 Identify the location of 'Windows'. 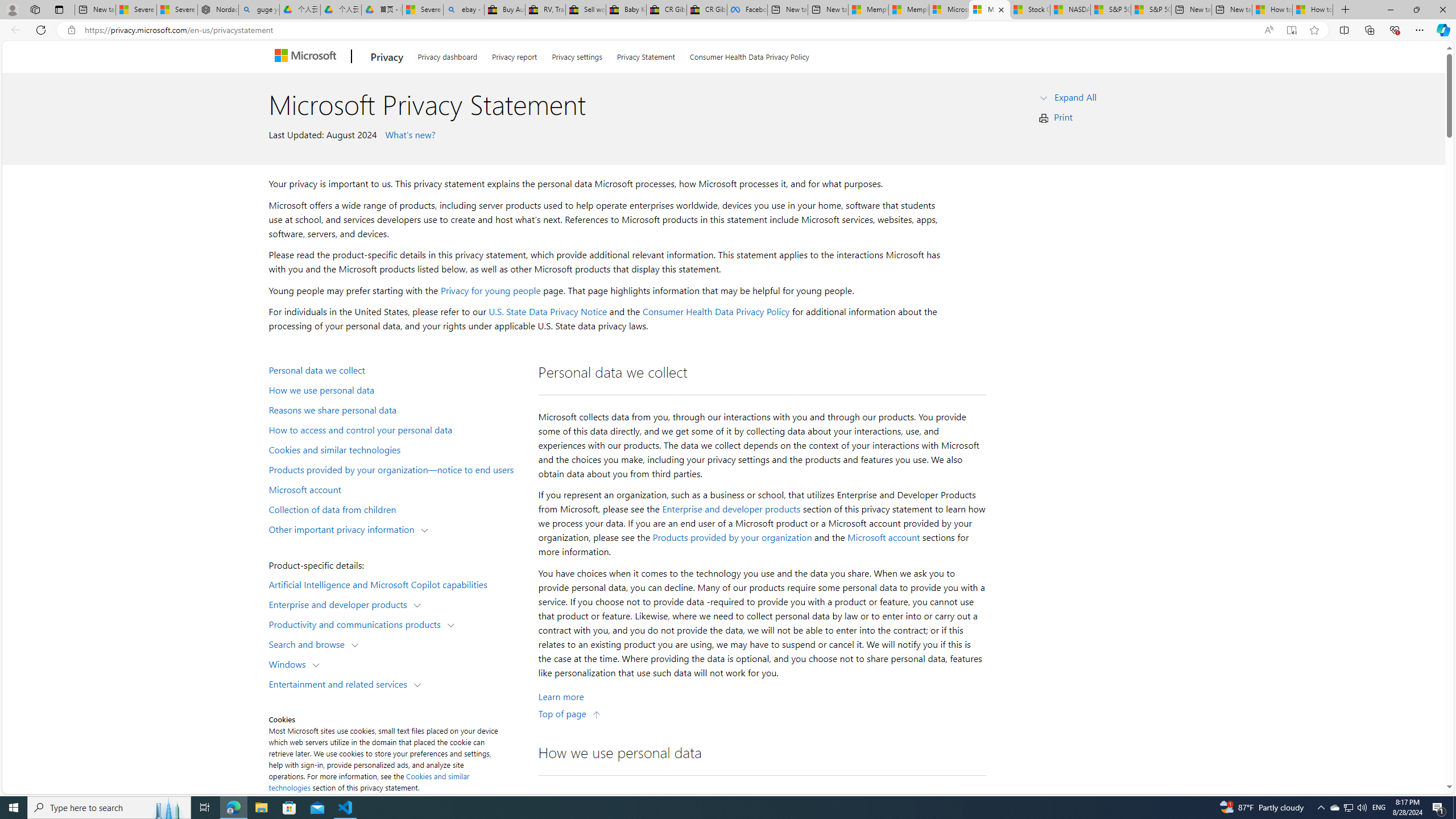
(289, 664).